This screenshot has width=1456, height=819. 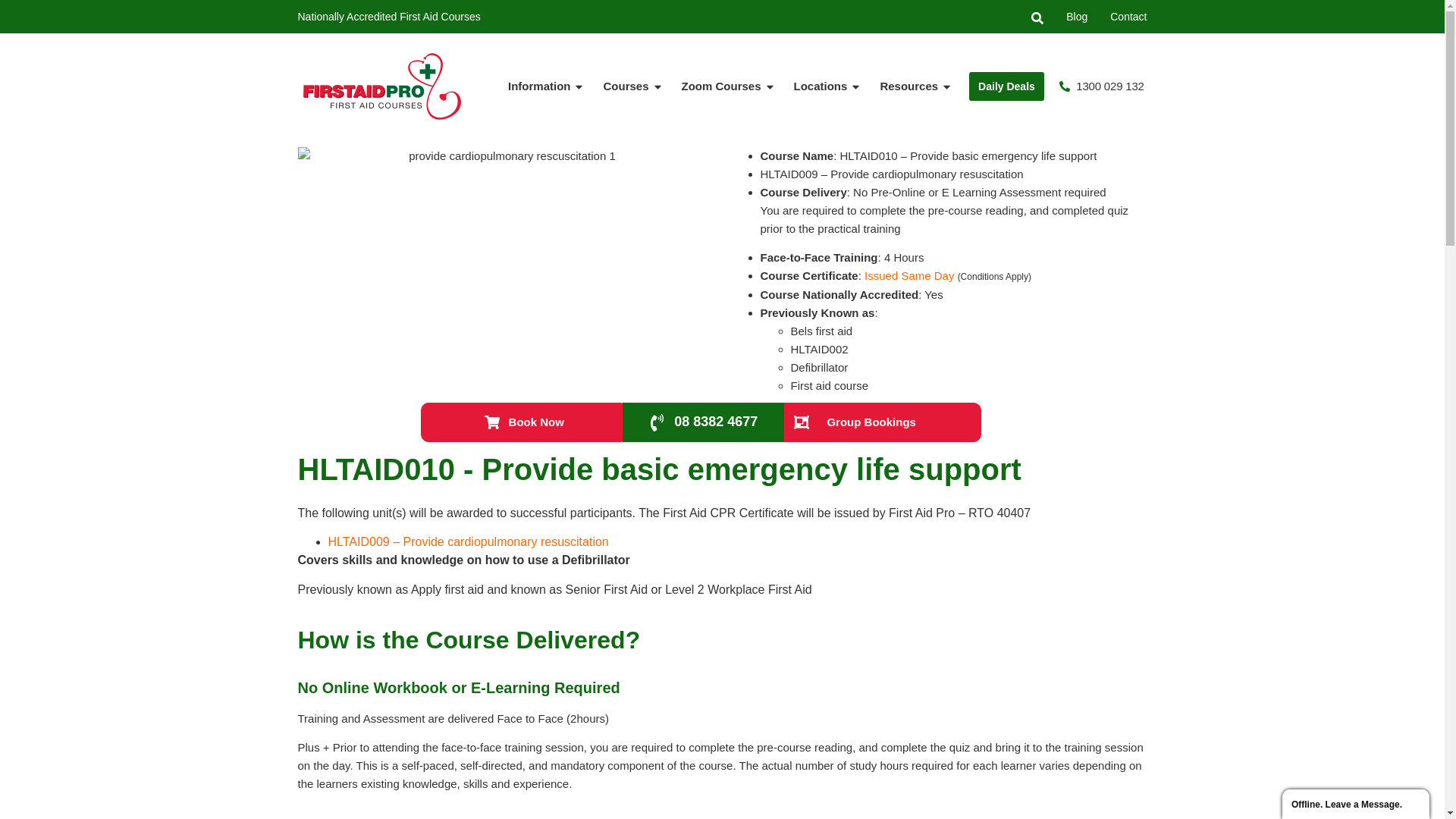 I want to click on 'Information', so click(x=546, y=86).